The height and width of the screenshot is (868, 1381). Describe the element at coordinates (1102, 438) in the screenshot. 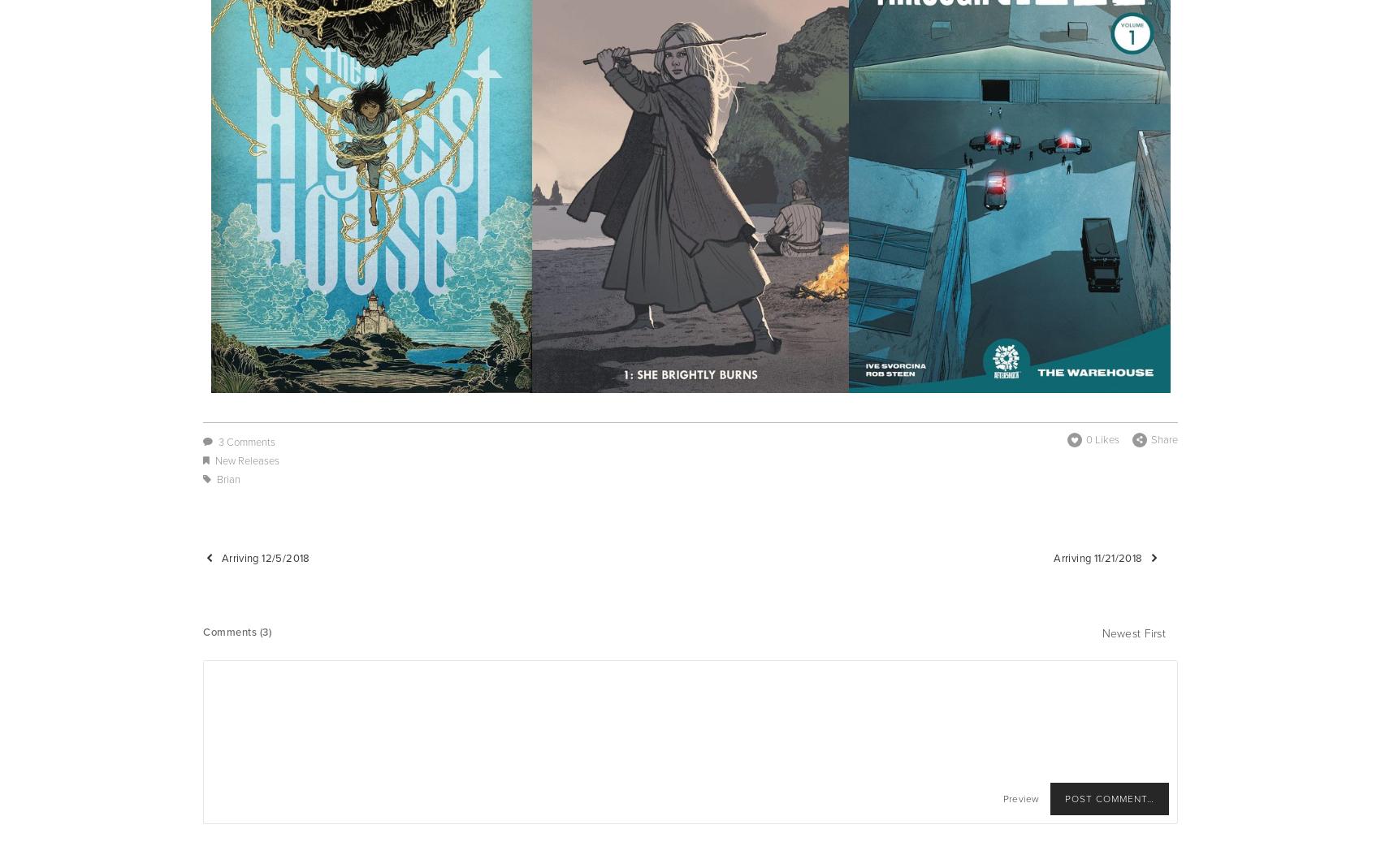

I see `'0 Likes'` at that location.